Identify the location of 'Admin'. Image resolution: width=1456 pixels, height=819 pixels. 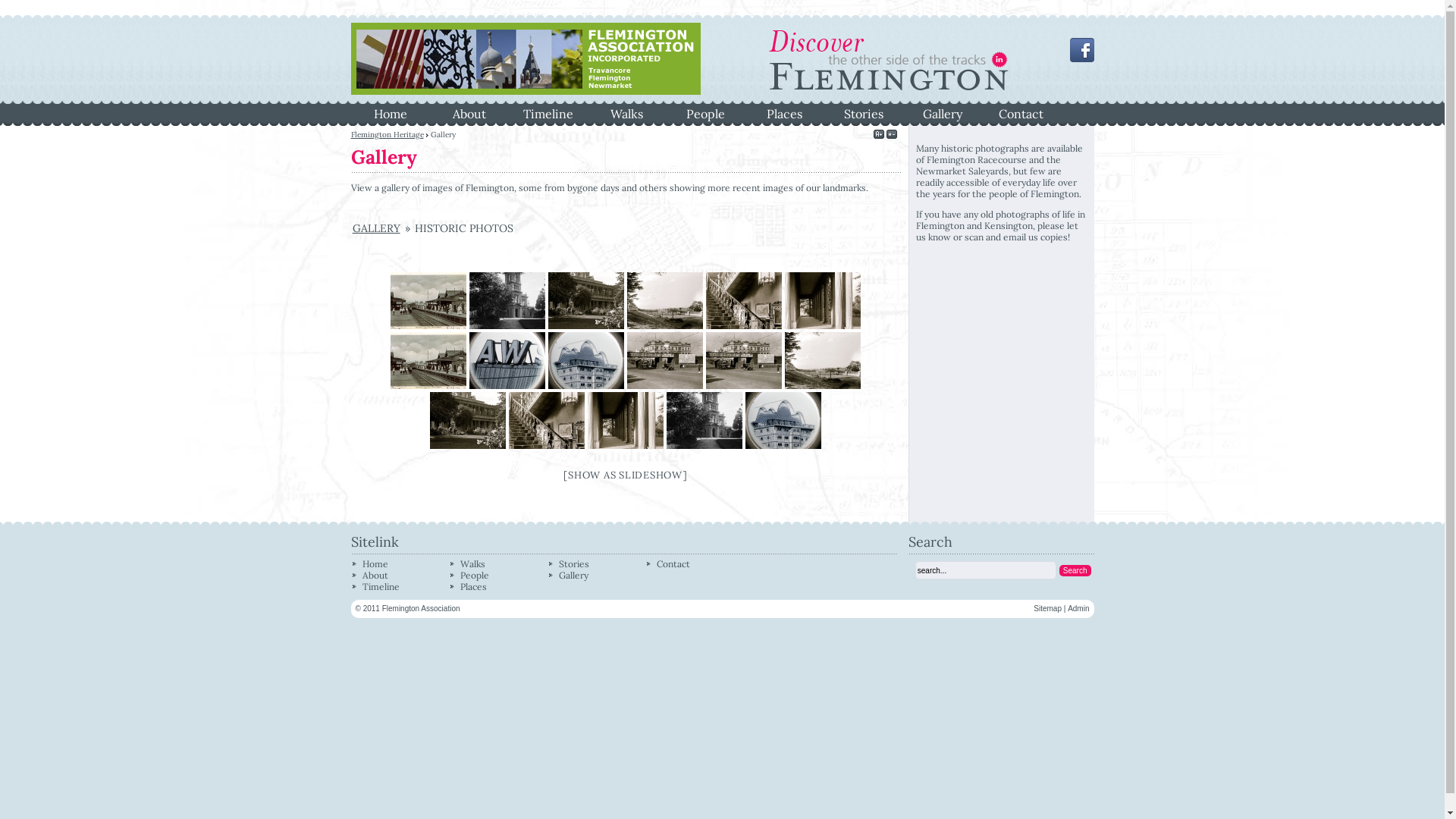
(1066, 607).